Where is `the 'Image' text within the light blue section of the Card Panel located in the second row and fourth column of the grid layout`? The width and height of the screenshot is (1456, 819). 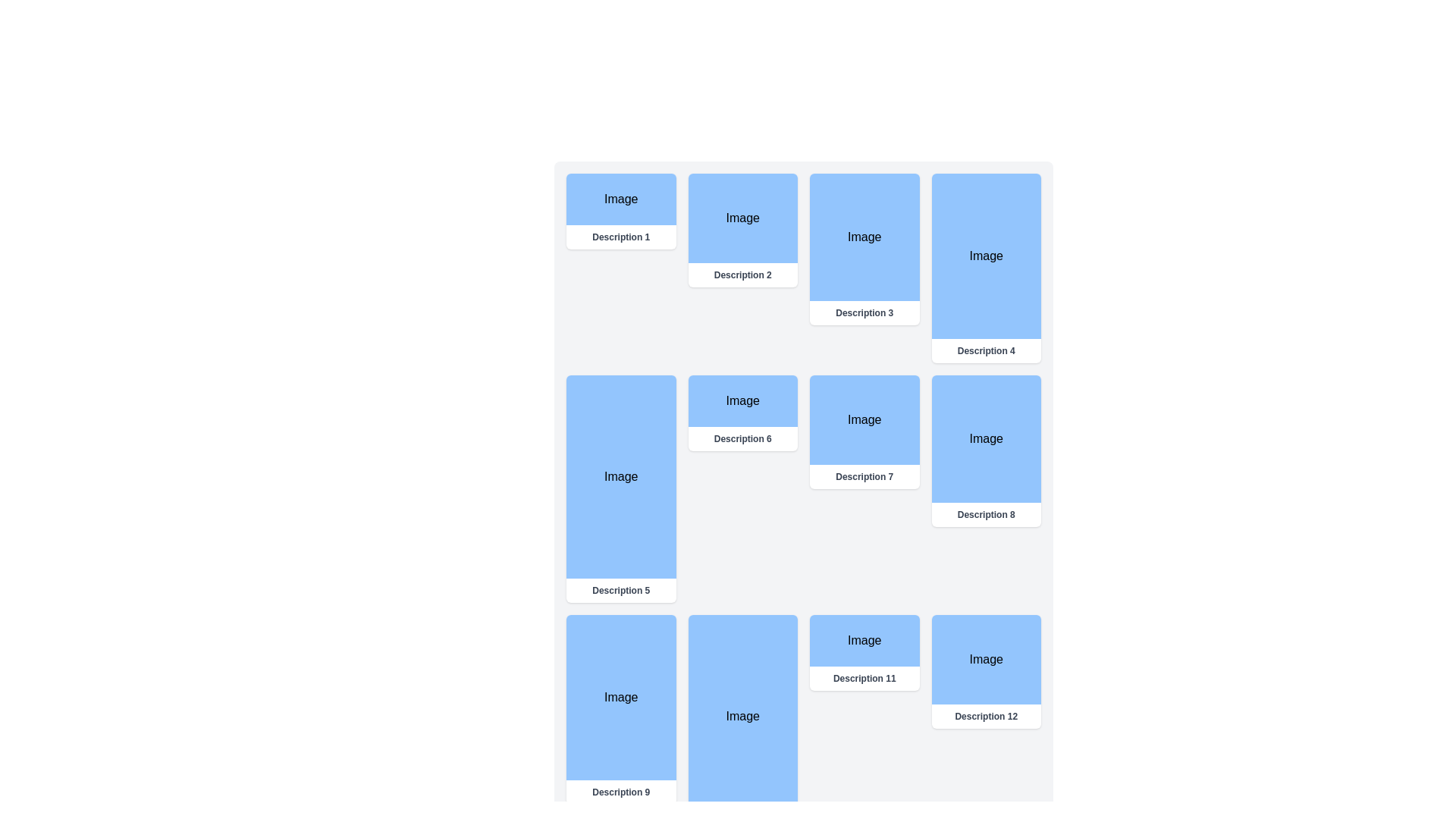
the 'Image' text within the light blue section of the Card Panel located in the second row and fourth column of the grid layout is located at coordinates (986, 450).